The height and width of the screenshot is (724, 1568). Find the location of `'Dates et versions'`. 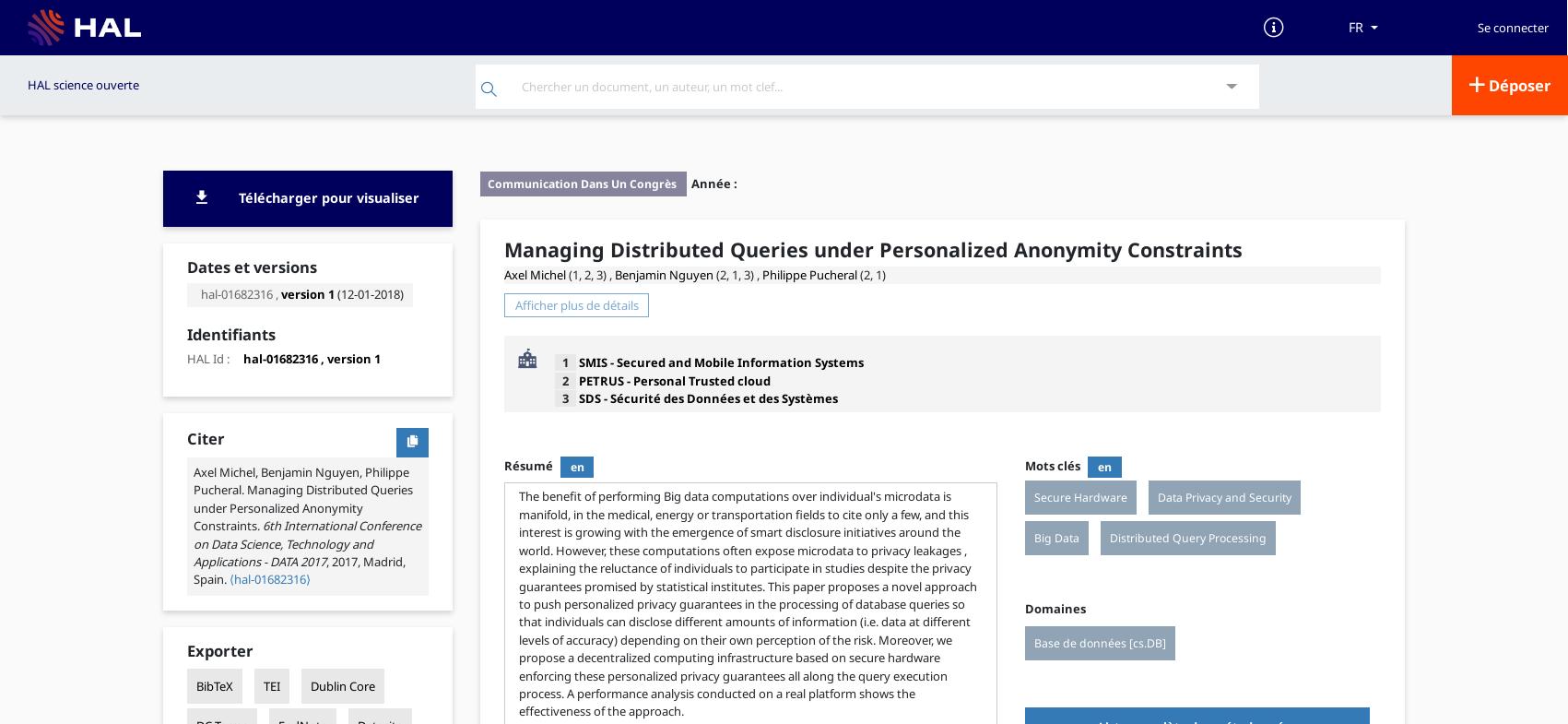

'Dates et versions' is located at coordinates (185, 265).